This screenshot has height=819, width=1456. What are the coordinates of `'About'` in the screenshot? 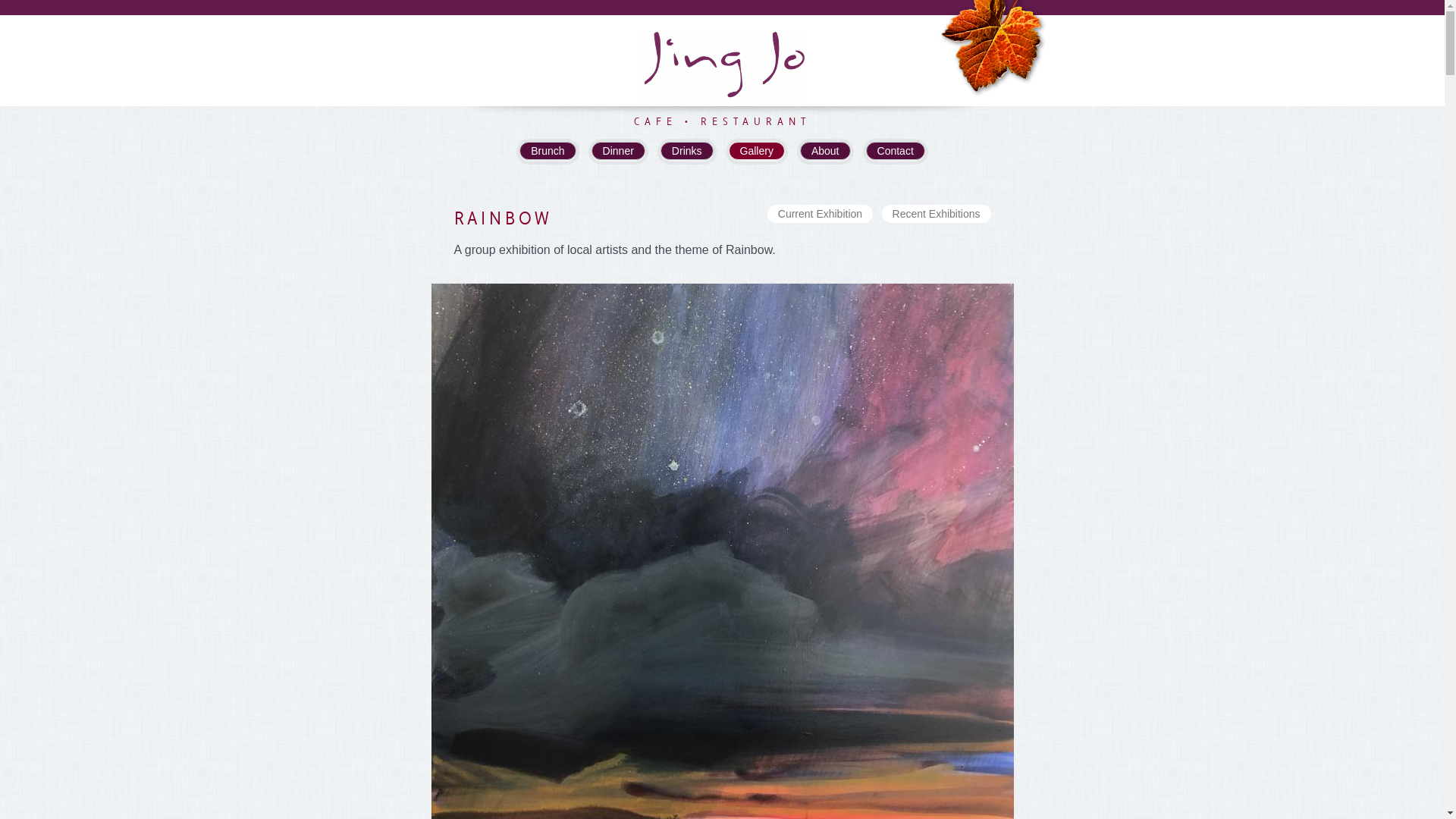 It's located at (824, 151).